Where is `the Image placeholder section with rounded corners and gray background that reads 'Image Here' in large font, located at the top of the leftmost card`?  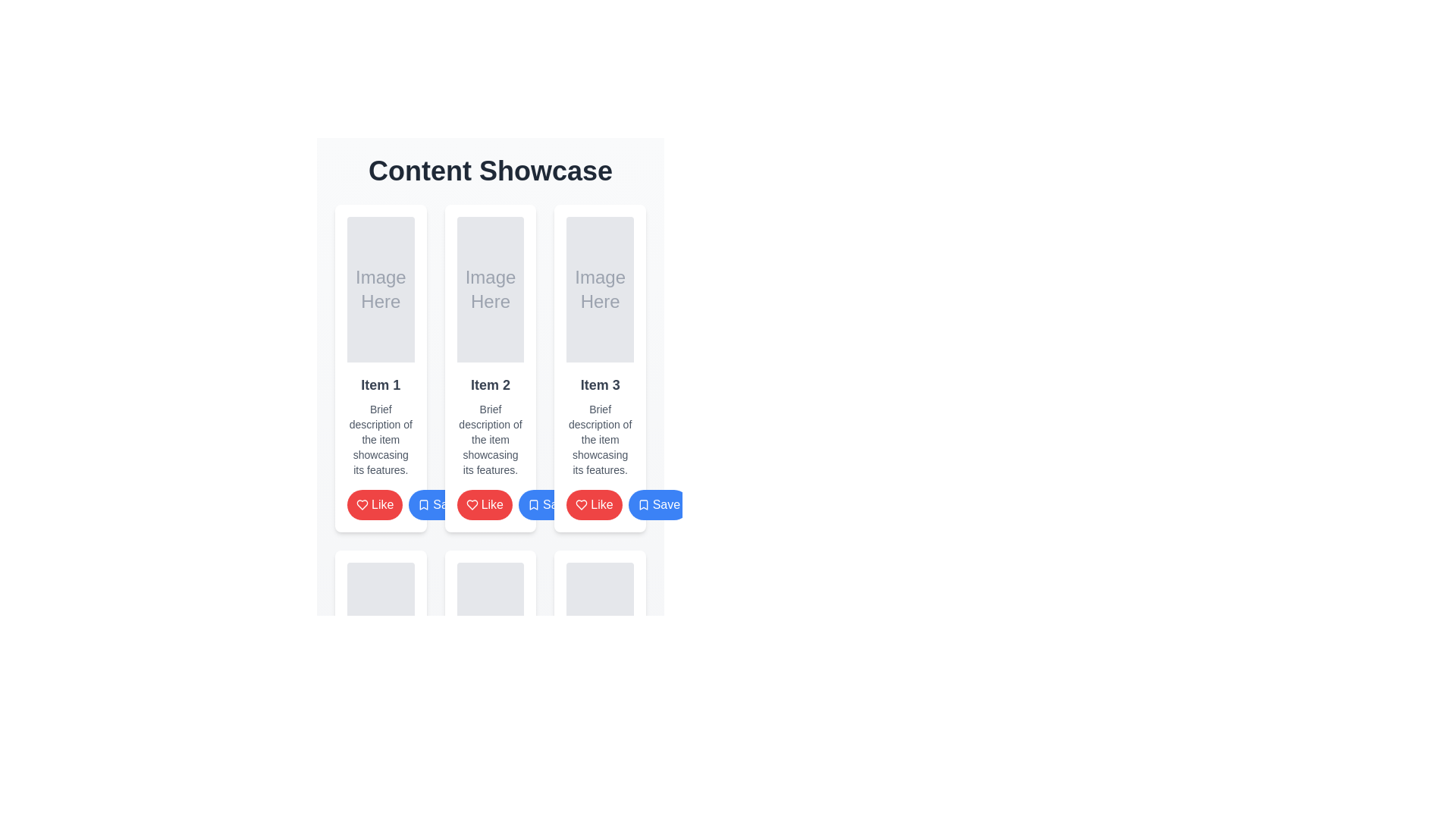
the Image placeholder section with rounded corners and gray background that reads 'Image Here' in large font, located at the top of the leftmost card is located at coordinates (381, 289).